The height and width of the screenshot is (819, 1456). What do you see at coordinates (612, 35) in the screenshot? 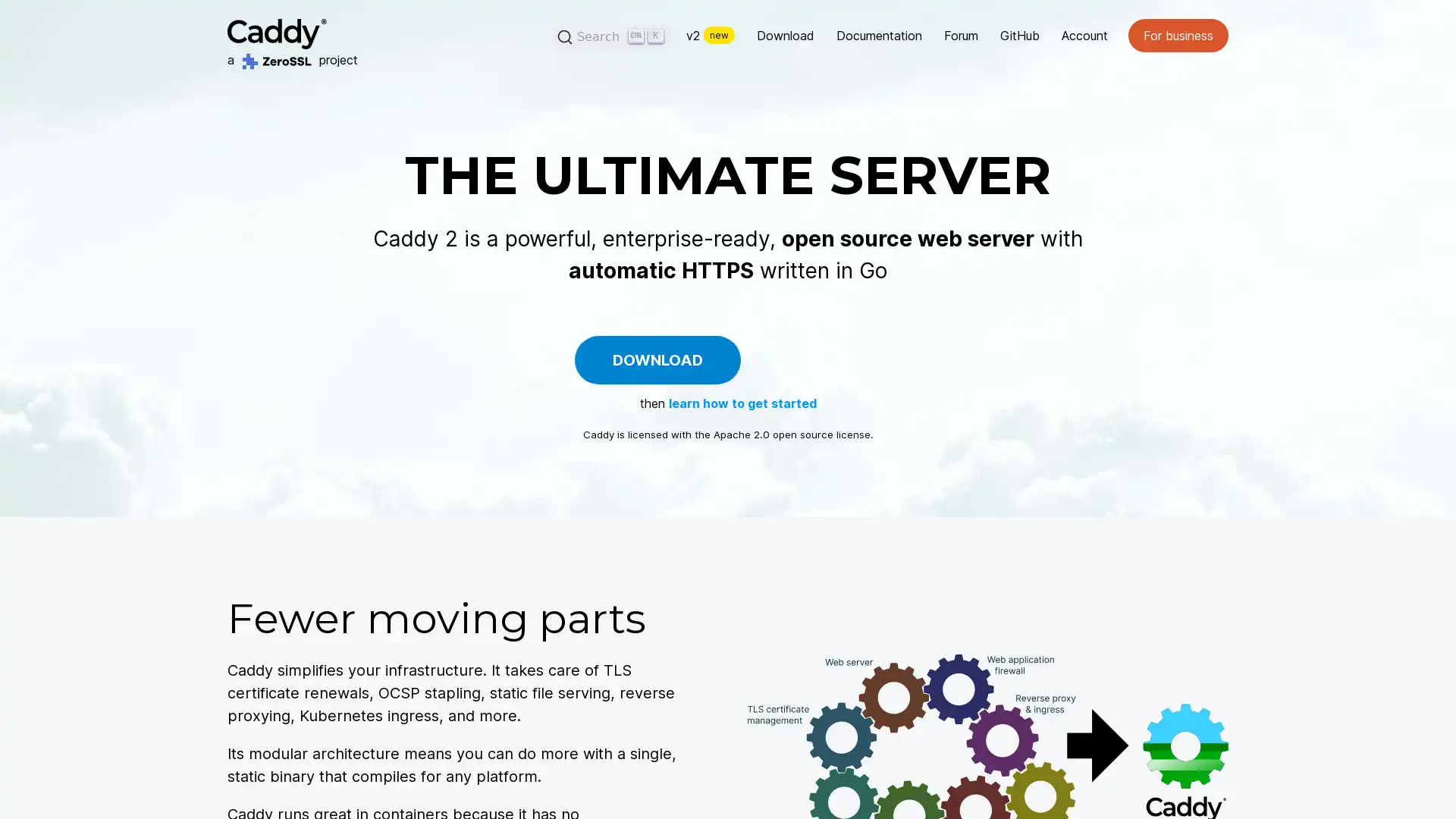
I see `Search` at bounding box center [612, 35].